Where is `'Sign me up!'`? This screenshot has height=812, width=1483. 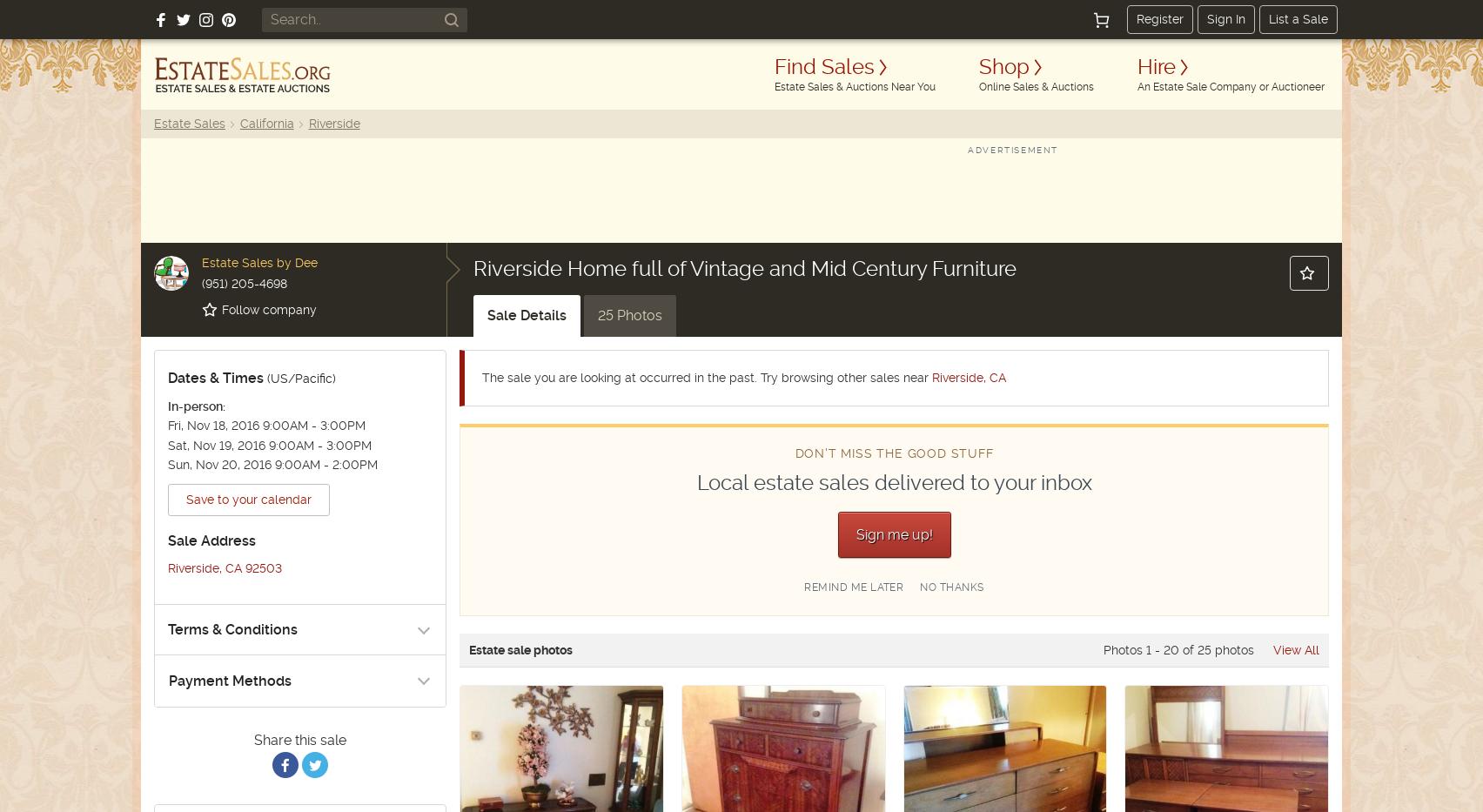 'Sign me up!' is located at coordinates (856, 534).